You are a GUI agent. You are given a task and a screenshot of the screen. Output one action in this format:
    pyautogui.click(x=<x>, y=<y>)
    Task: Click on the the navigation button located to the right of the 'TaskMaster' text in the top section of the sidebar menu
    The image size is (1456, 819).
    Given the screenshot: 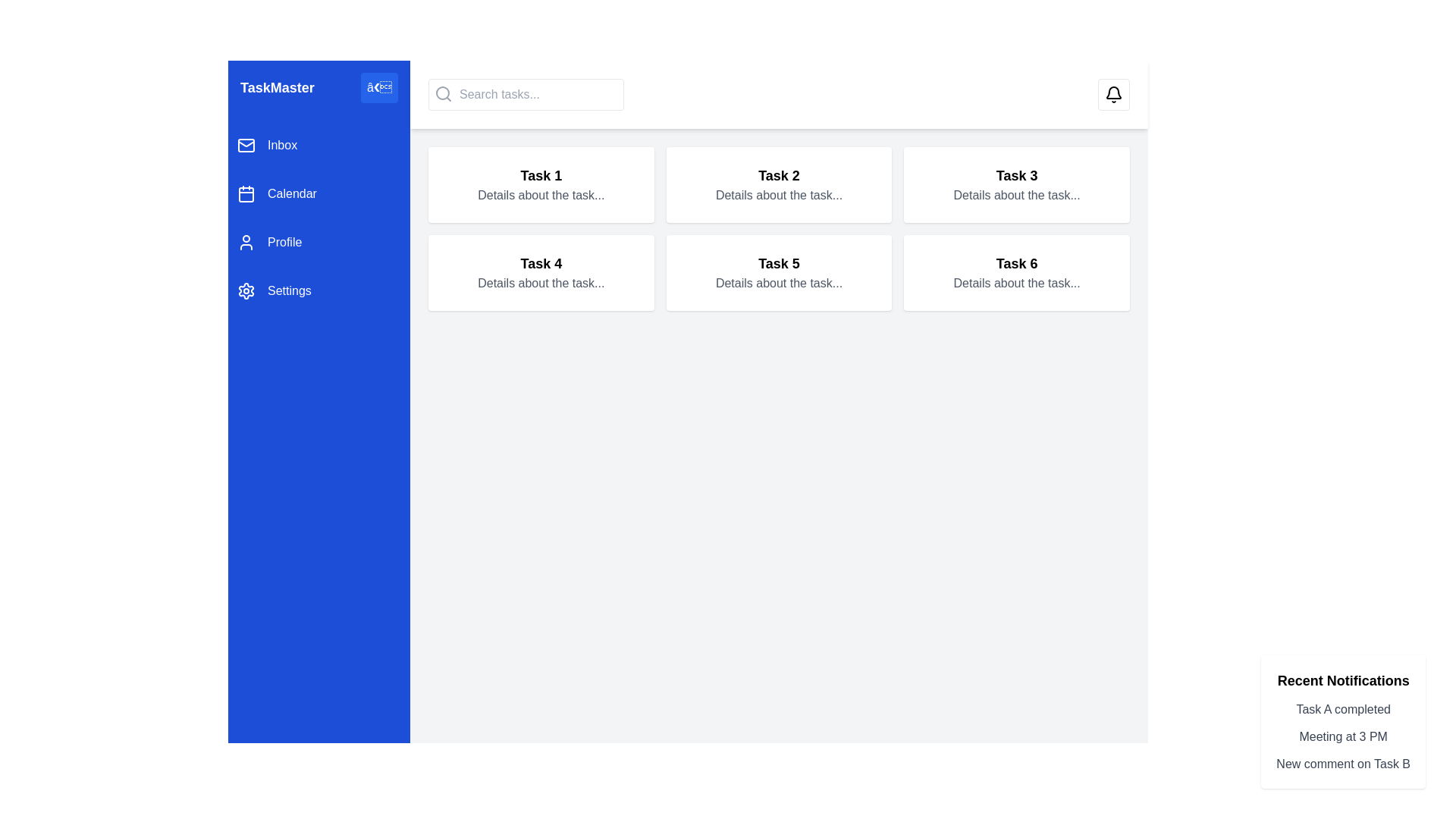 What is the action you would take?
    pyautogui.click(x=379, y=87)
    